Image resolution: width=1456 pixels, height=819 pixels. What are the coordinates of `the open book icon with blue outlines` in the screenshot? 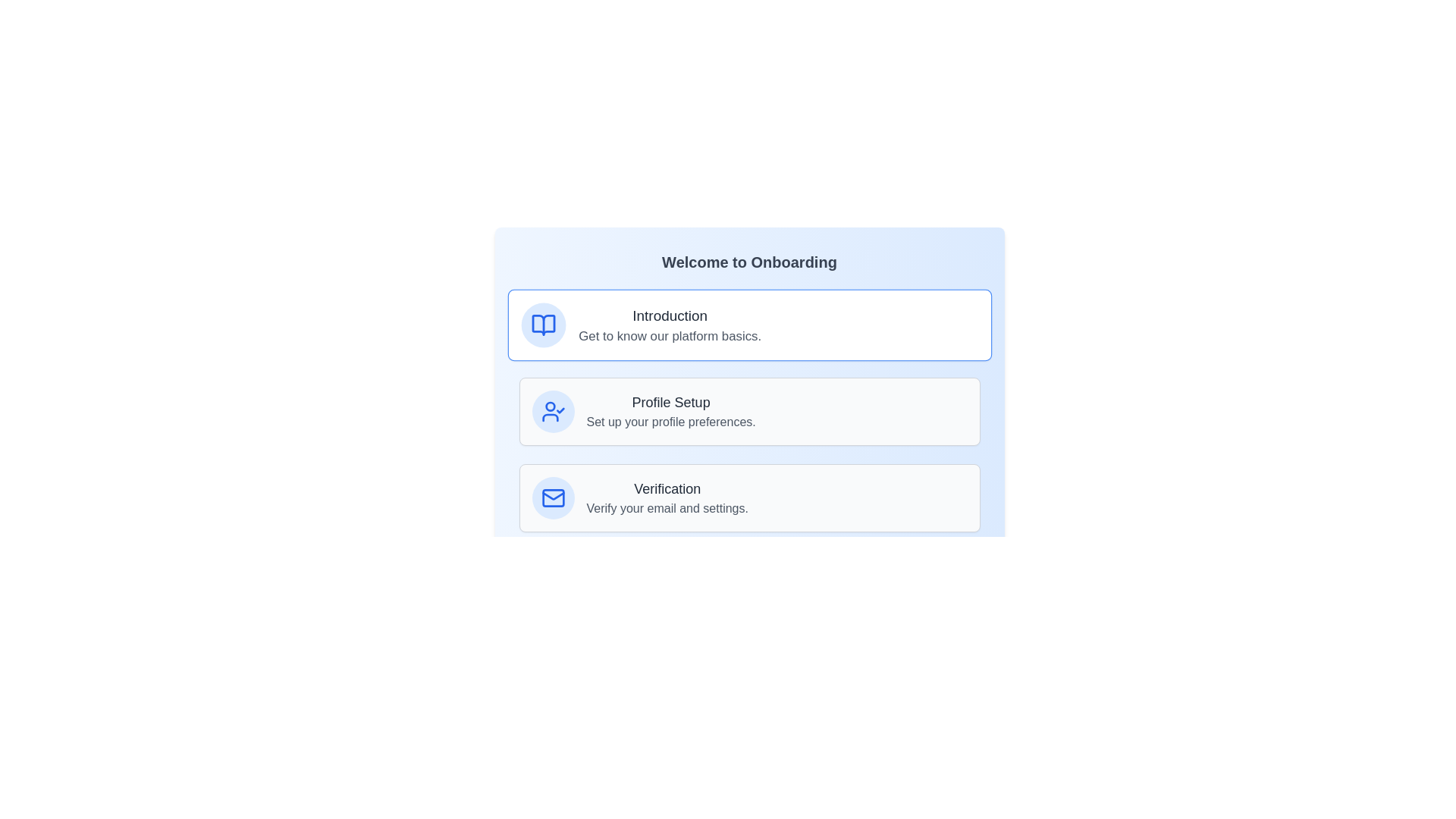 It's located at (543, 324).